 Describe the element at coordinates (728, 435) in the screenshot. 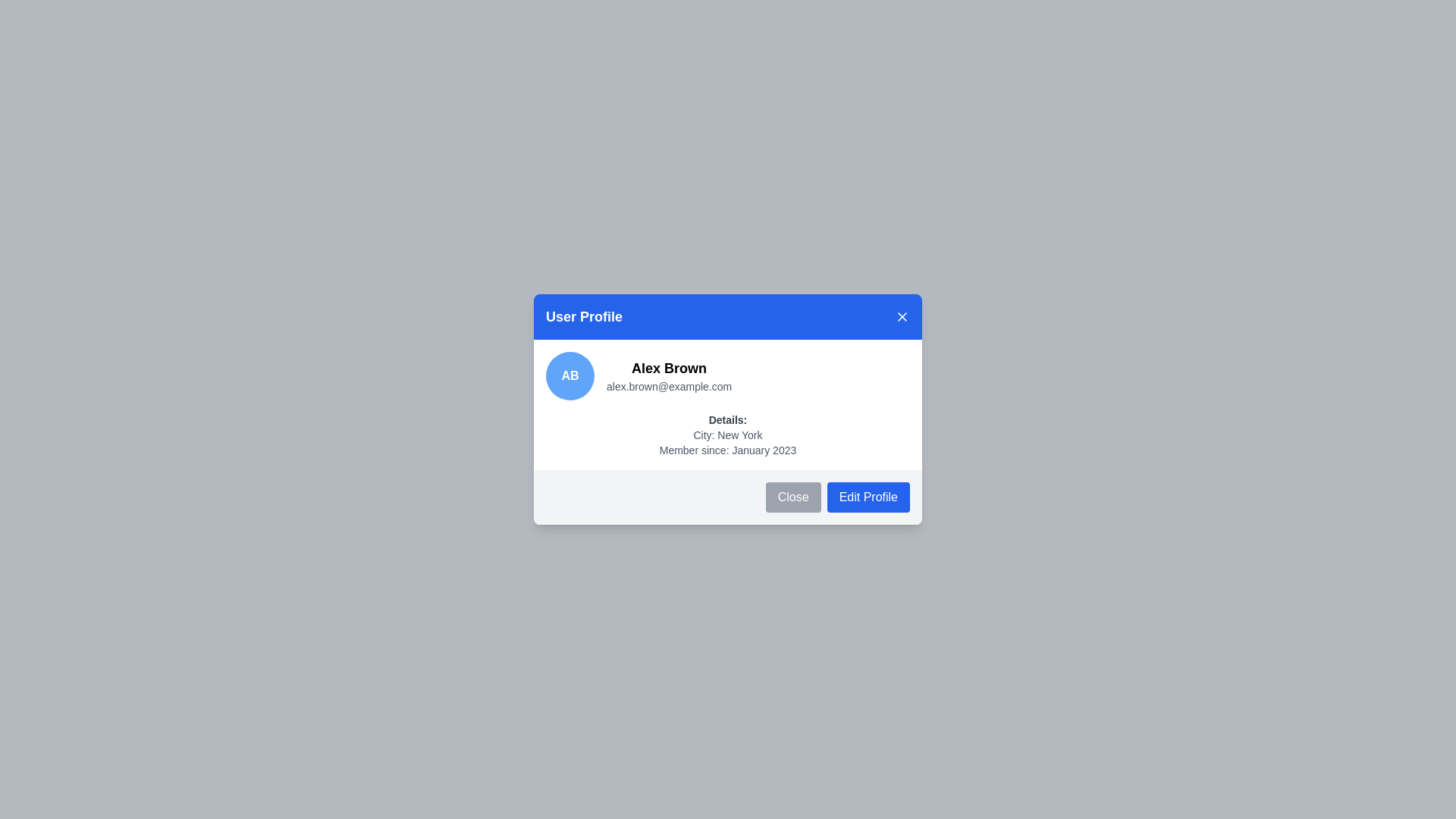

I see `the text block displaying user details, which includes the heading 'Details:' and the sublines 'City: New York' and 'Member since: January 2023.' This text block is located directly beneath the user's name and email in the profile card section` at that location.